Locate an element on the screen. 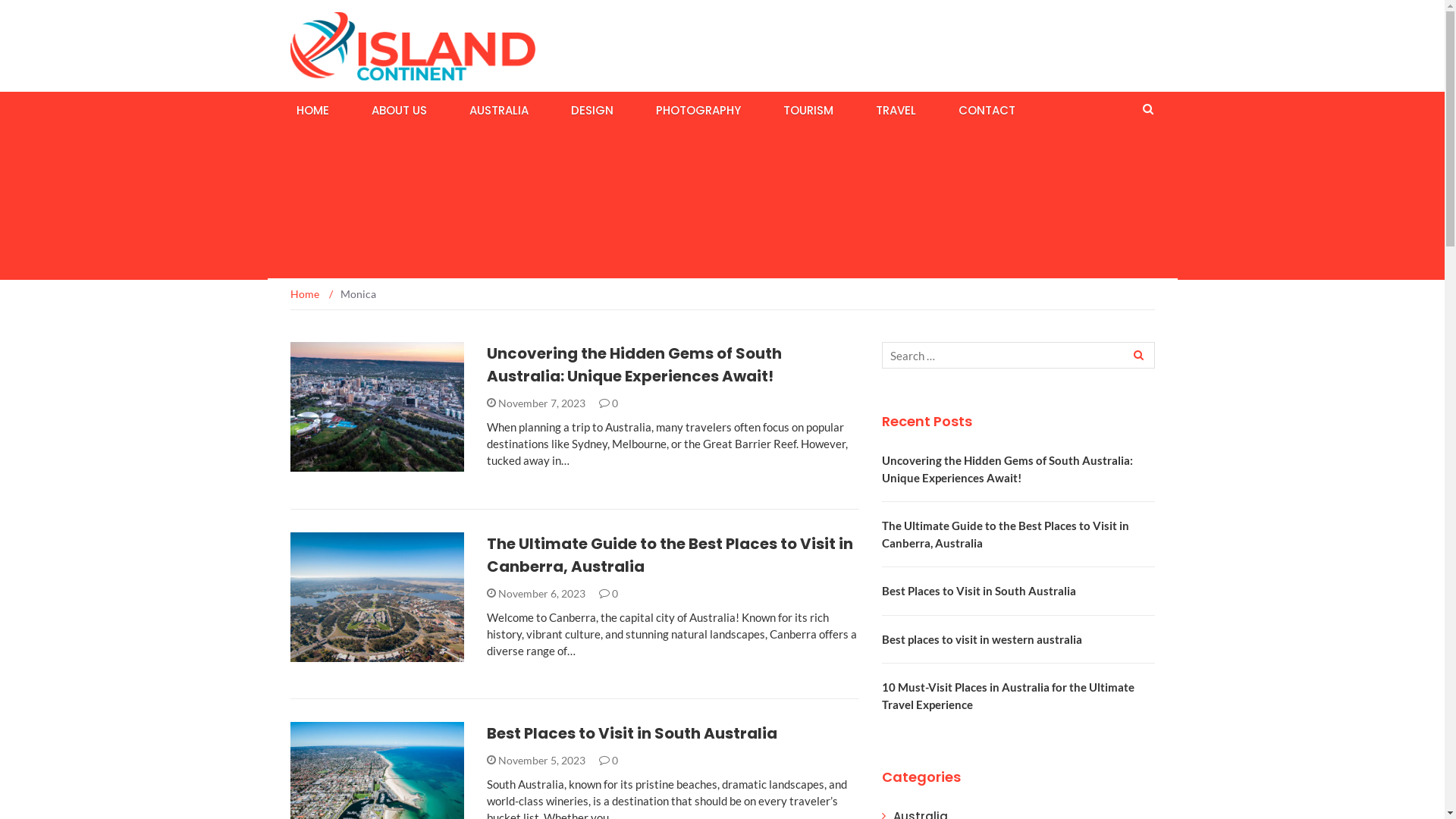 Image resolution: width=1456 pixels, height=819 pixels. 'PHOTOGRAPHY' is located at coordinates (697, 108).